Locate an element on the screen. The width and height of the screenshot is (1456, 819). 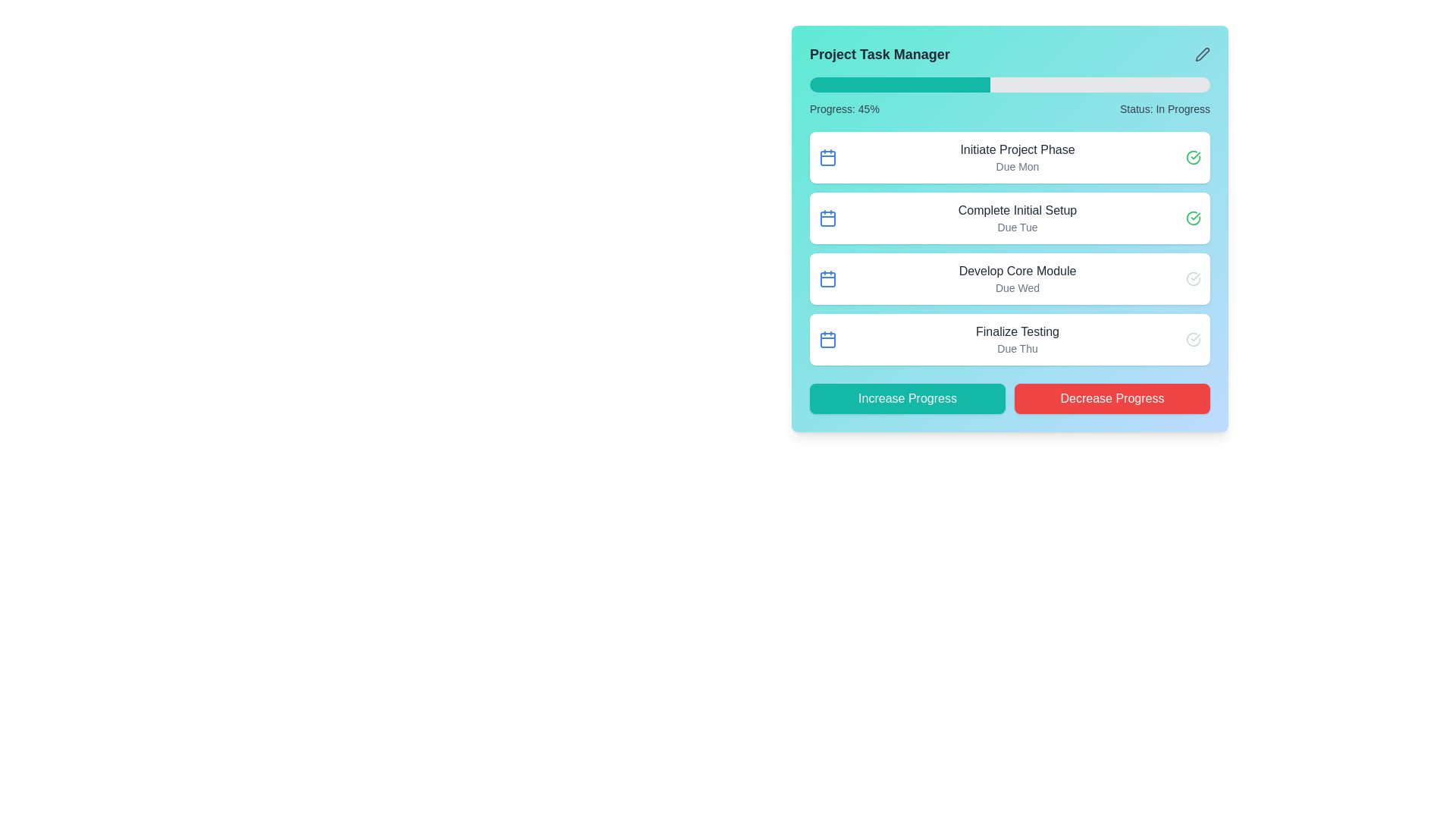
text label displaying 'Complete Initial Setup' which is styled in medium-weight font and dark gray color, located above the 'Due Tue' label in the second task item of the Project Task Manager is located at coordinates (1018, 210).